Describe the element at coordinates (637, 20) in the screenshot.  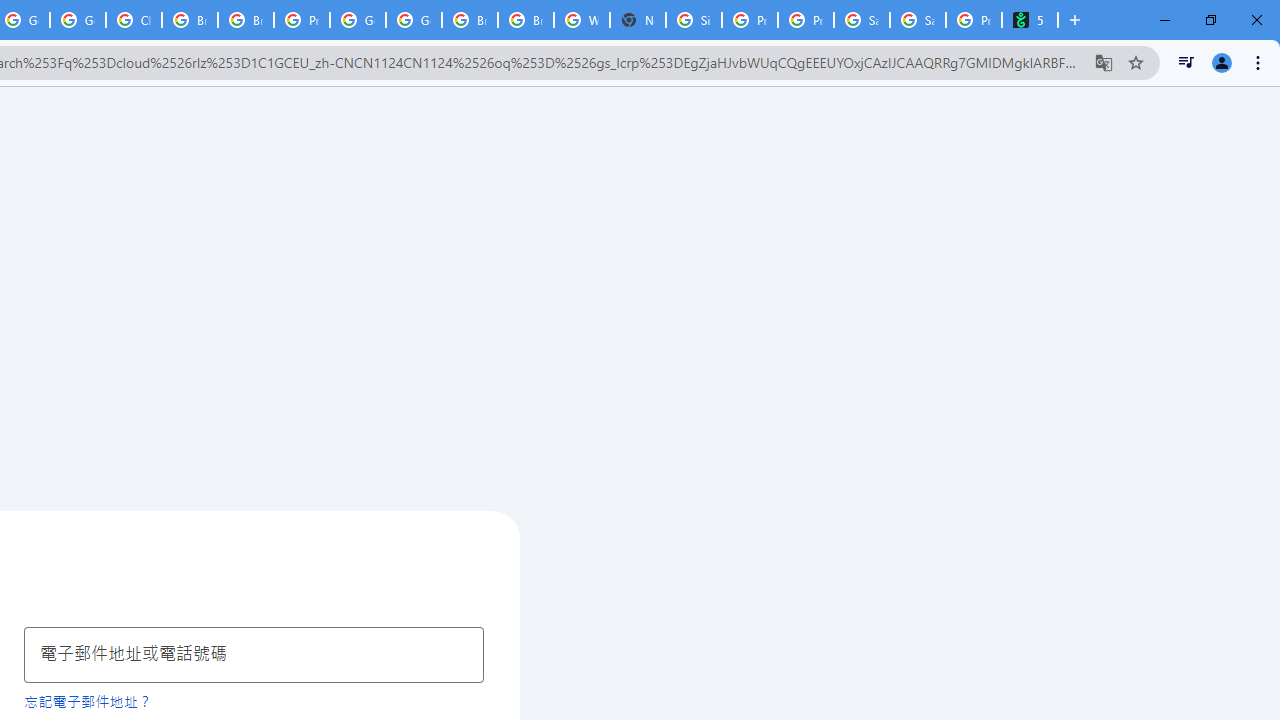
I see `'New Tab'` at that location.